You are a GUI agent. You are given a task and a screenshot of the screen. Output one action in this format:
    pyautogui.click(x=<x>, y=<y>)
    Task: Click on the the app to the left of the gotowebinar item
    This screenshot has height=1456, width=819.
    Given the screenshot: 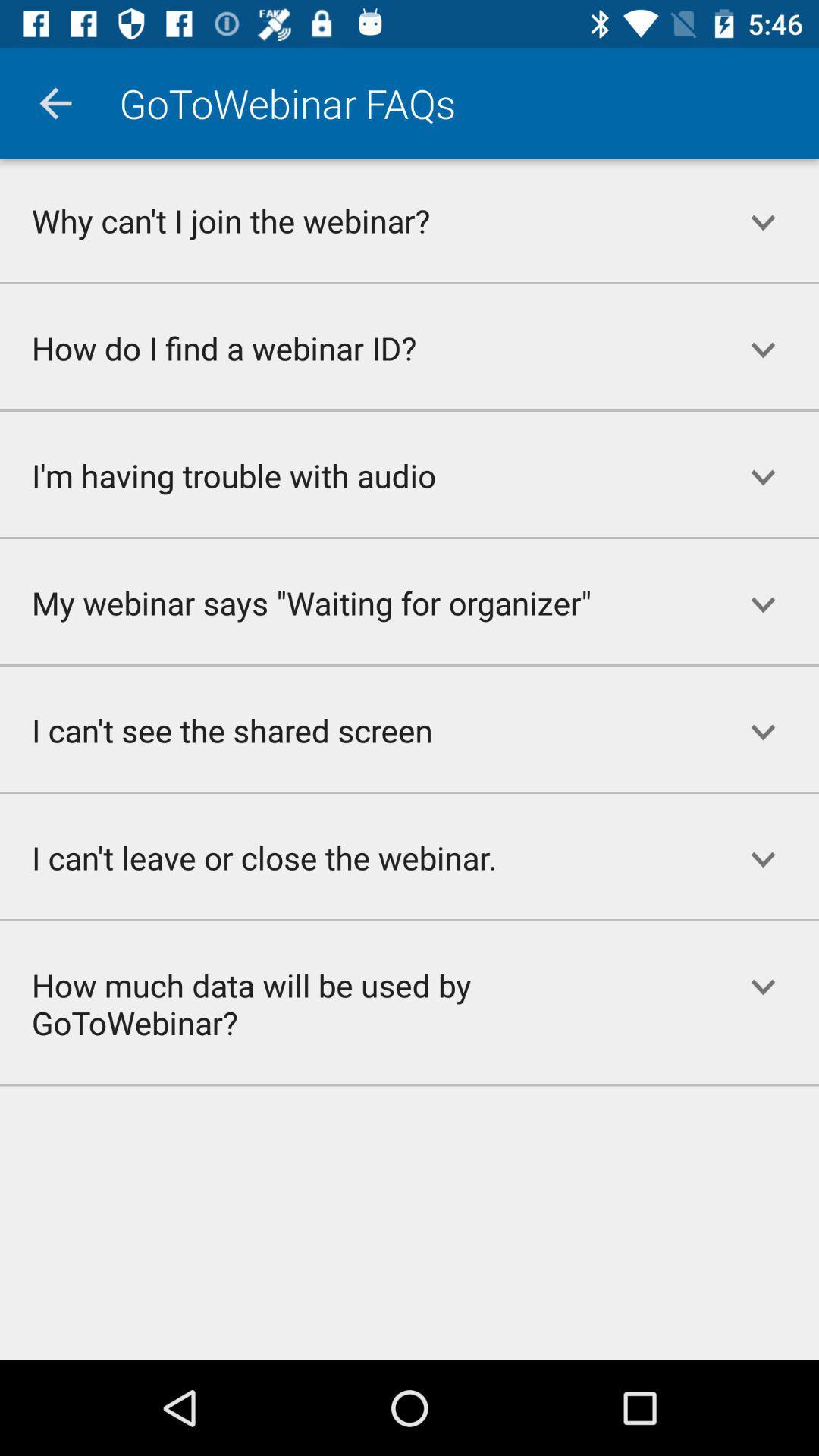 What is the action you would take?
    pyautogui.click(x=55, y=102)
    